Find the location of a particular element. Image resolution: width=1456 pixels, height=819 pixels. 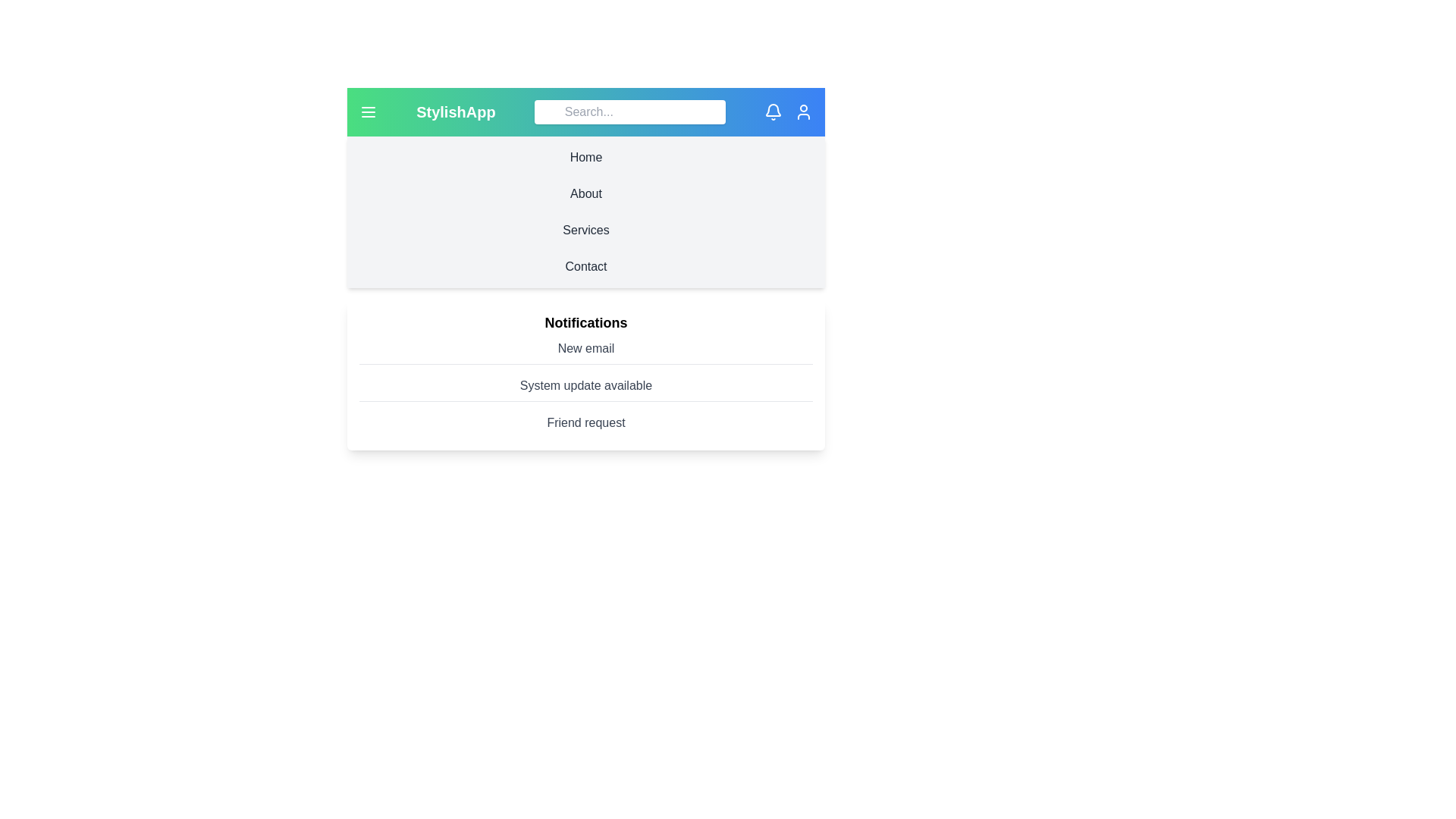

the user icon to access user account options is located at coordinates (803, 111).